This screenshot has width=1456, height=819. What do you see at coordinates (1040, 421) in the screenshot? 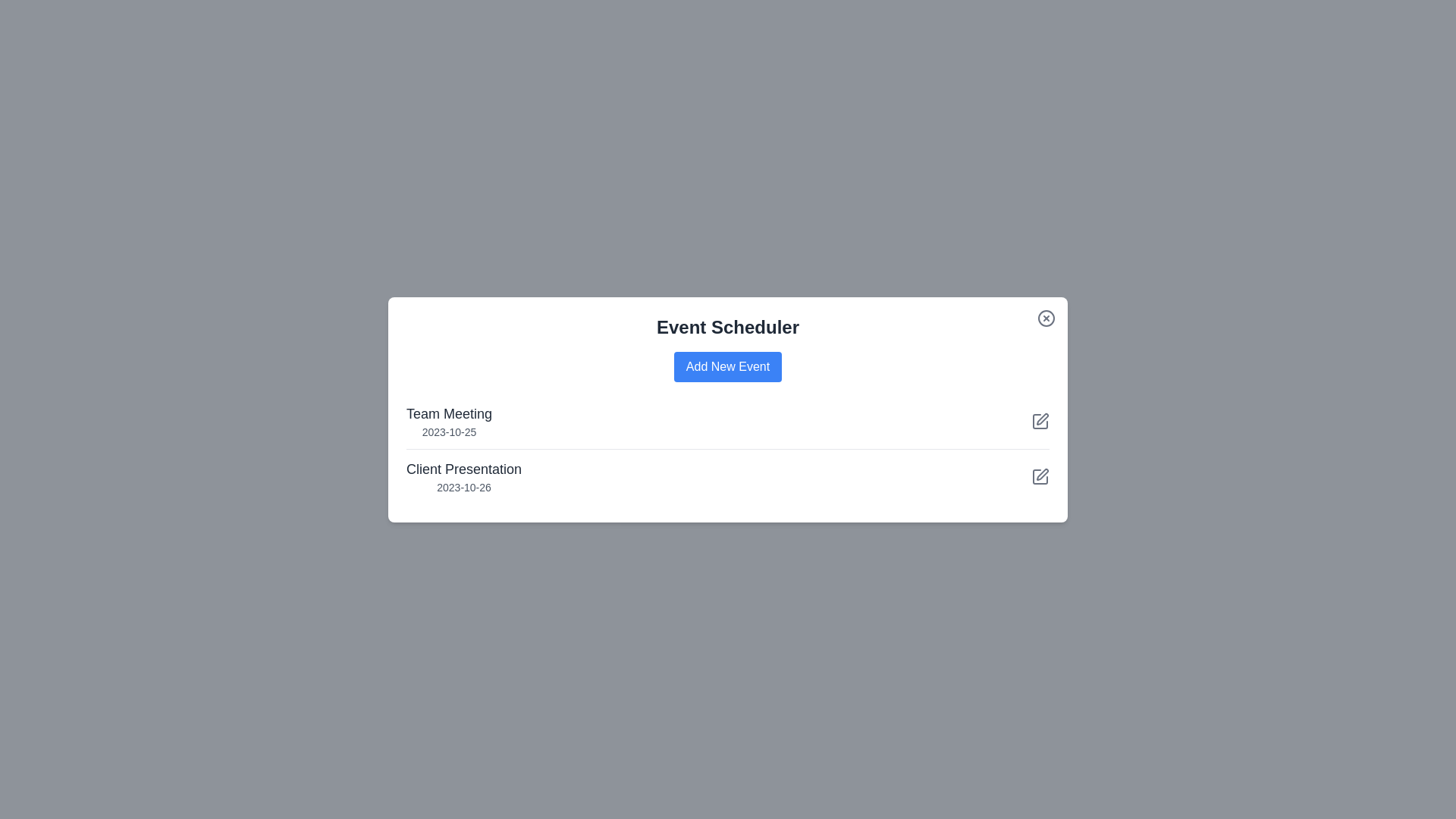
I see `the edit icon, which is a square or rounded rectangle with a pen or pencil image, located to the right of the 'Team Meeting' text. It is the first edit icon above the second icon near 'Client Presentation'` at bounding box center [1040, 421].